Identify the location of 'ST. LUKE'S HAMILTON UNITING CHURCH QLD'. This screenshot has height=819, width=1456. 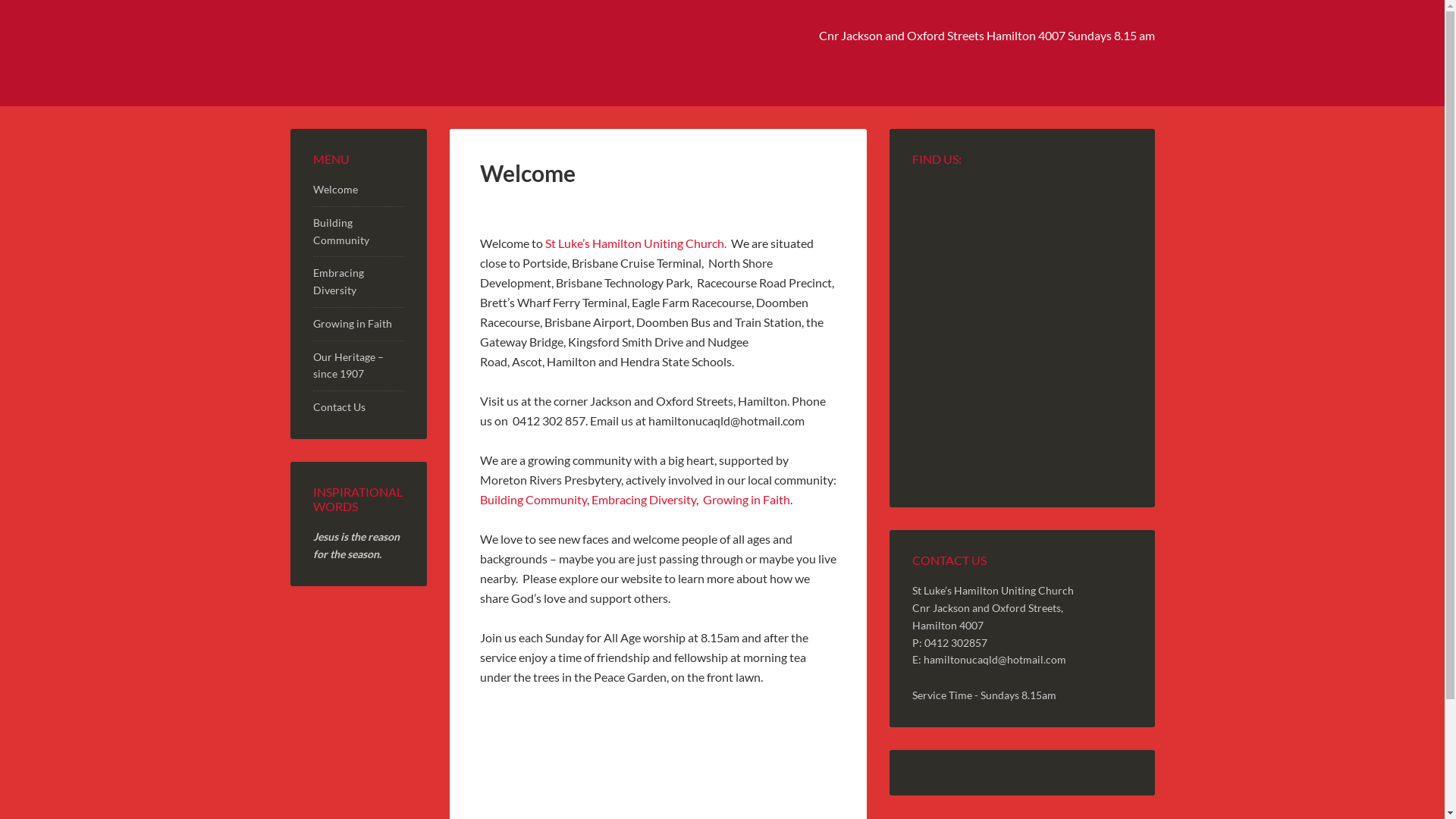
(419, 52).